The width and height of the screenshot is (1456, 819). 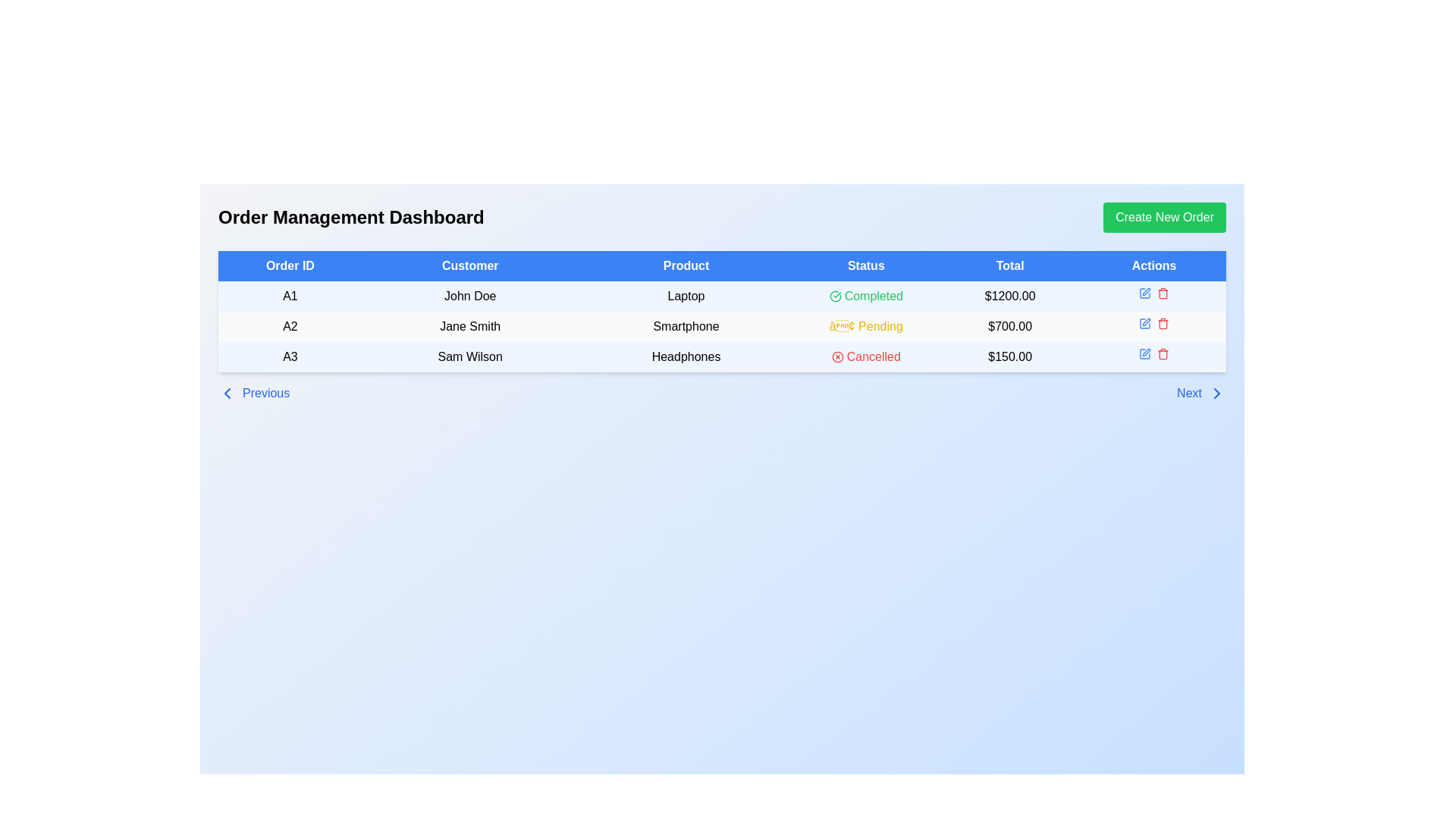 What do you see at coordinates (866, 296) in the screenshot?
I see `the Status indicator for order ID 'A1' in the first row of the table, which visually indicates the completion status with text and icon` at bounding box center [866, 296].